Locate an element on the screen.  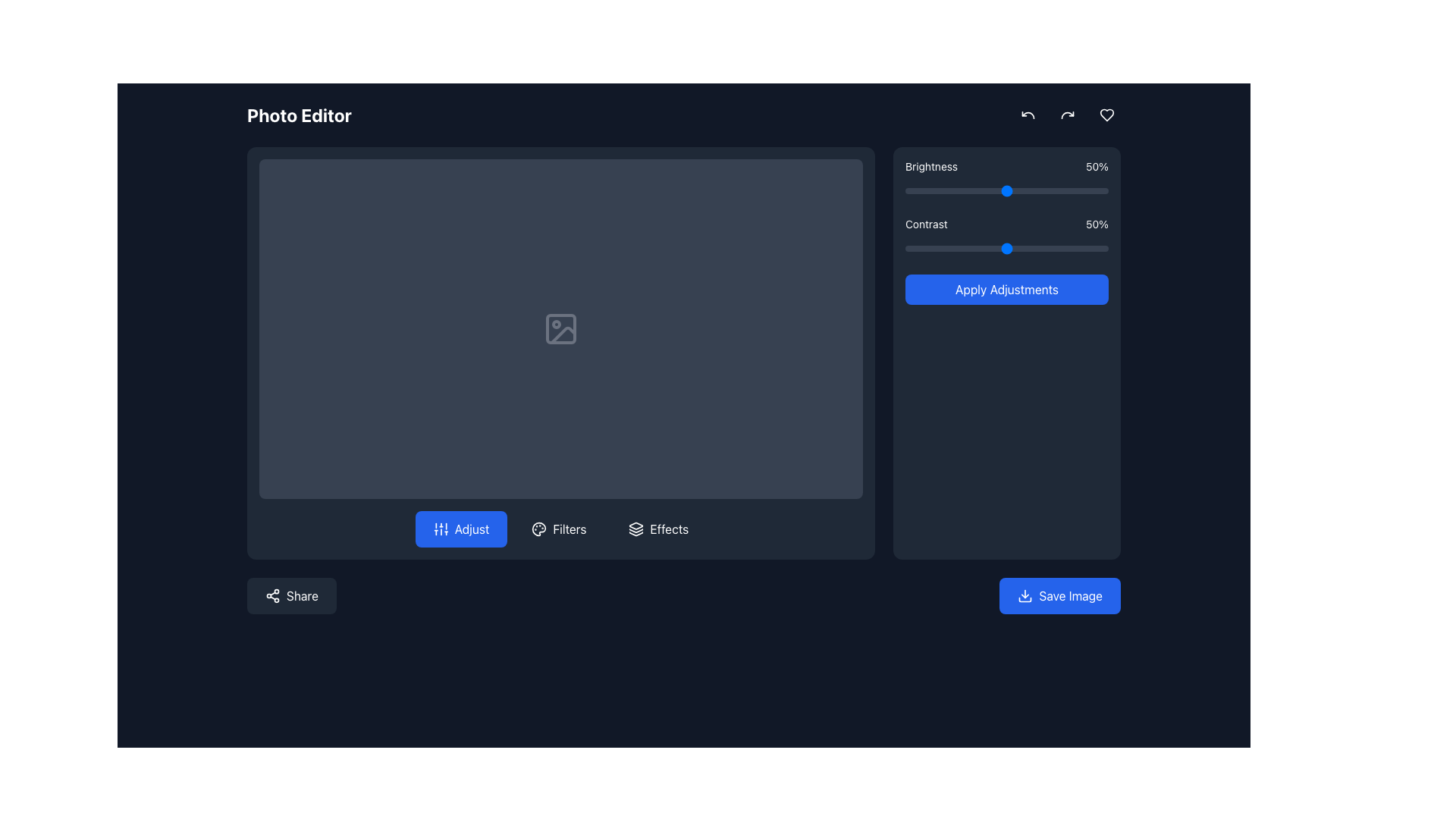
the 'Save Image' button located in the bottom-right corner of the application interface is located at coordinates (1059, 595).